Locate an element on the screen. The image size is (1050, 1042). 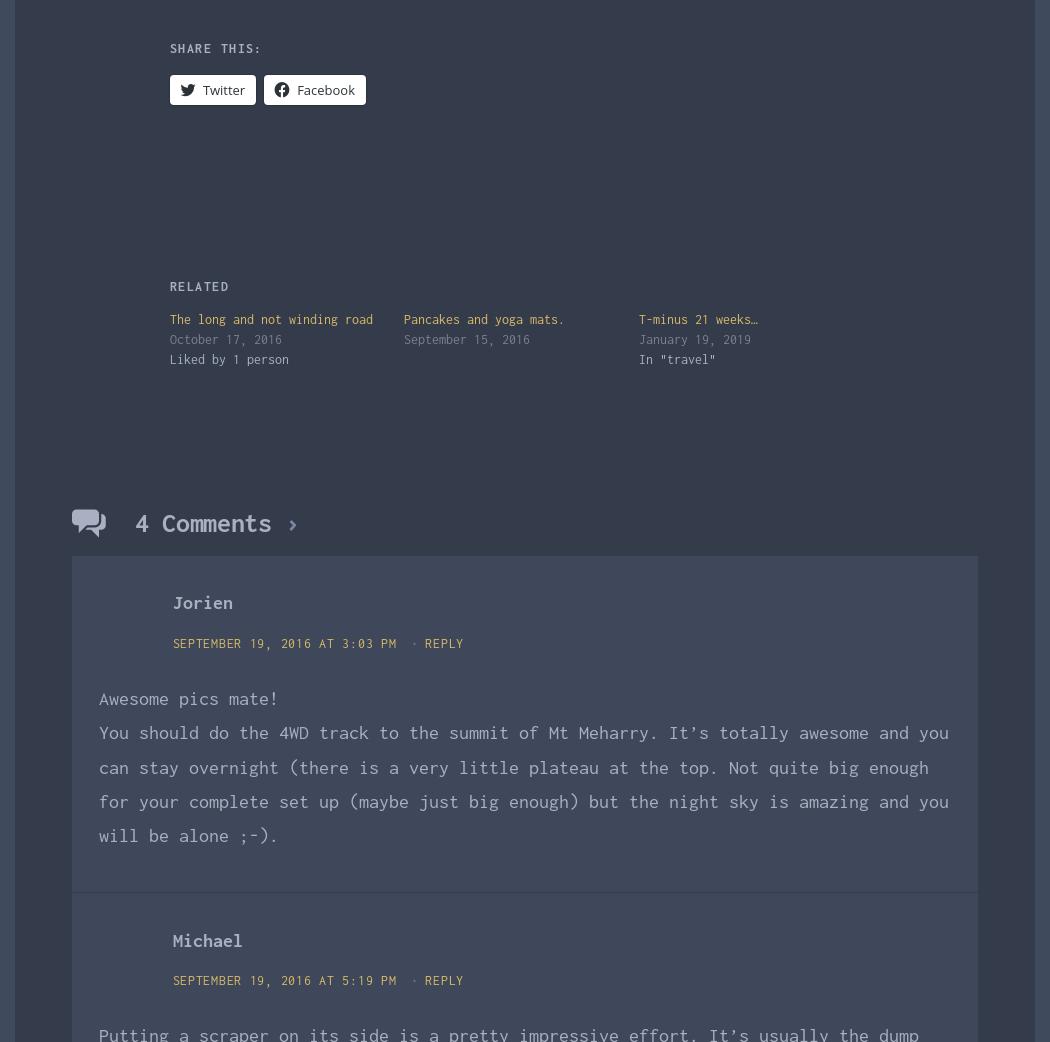
'September 19, 2016 at 5:19 pm' is located at coordinates (287, 980).